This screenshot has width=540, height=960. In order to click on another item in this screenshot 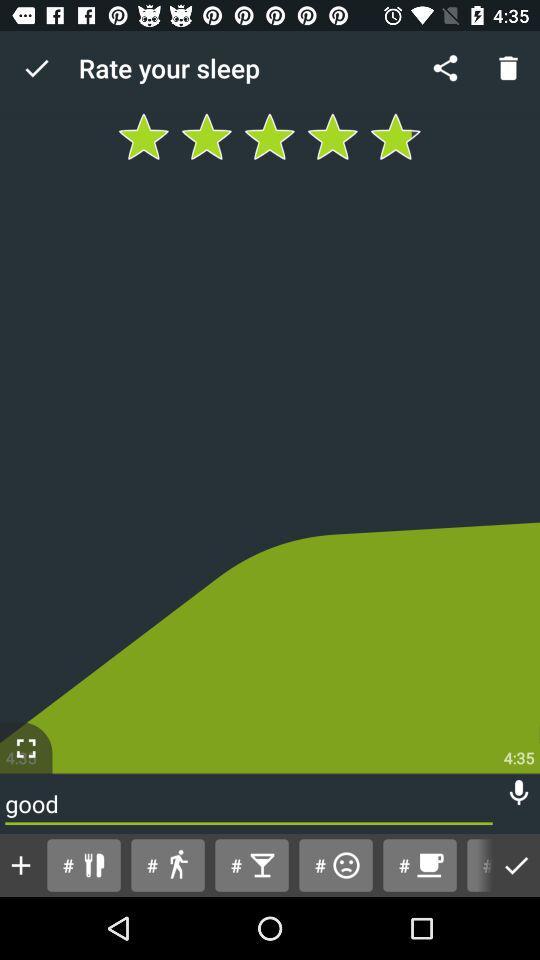, I will do `click(20, 864)`.